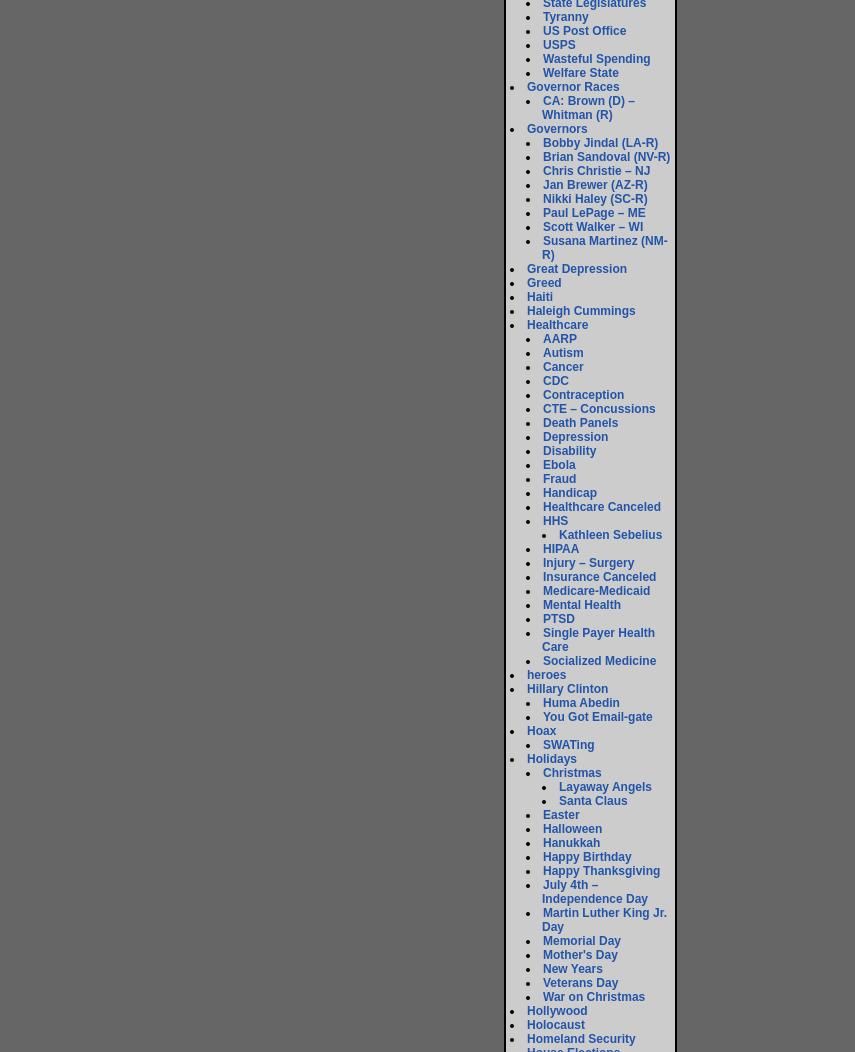  Describe the element at coordinates (579, 982) in the screenshot. I see `'Veterans Day'` at that location.